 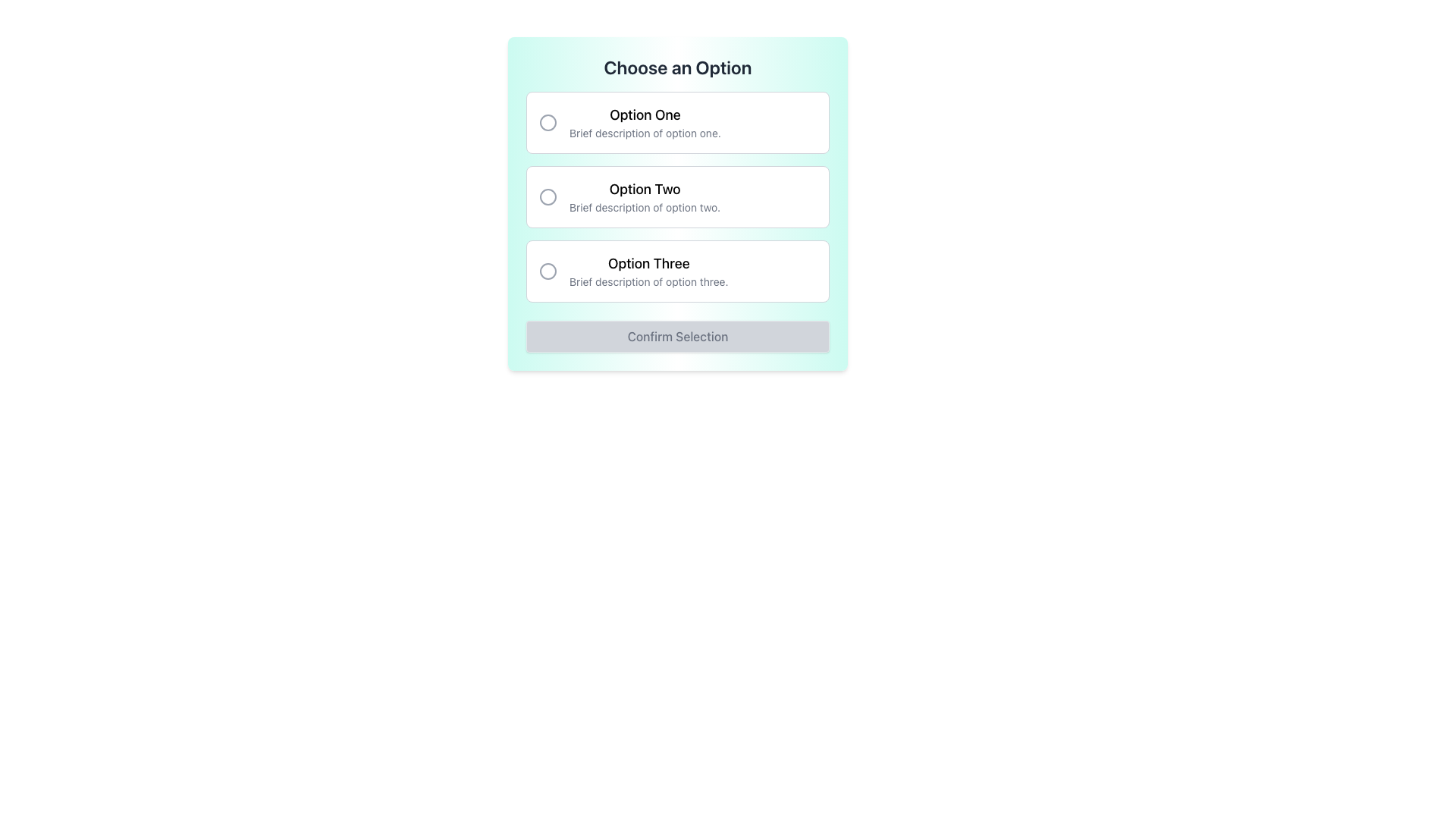 I want to click on the 'Option Two' text label, so click(x=645, y=189).